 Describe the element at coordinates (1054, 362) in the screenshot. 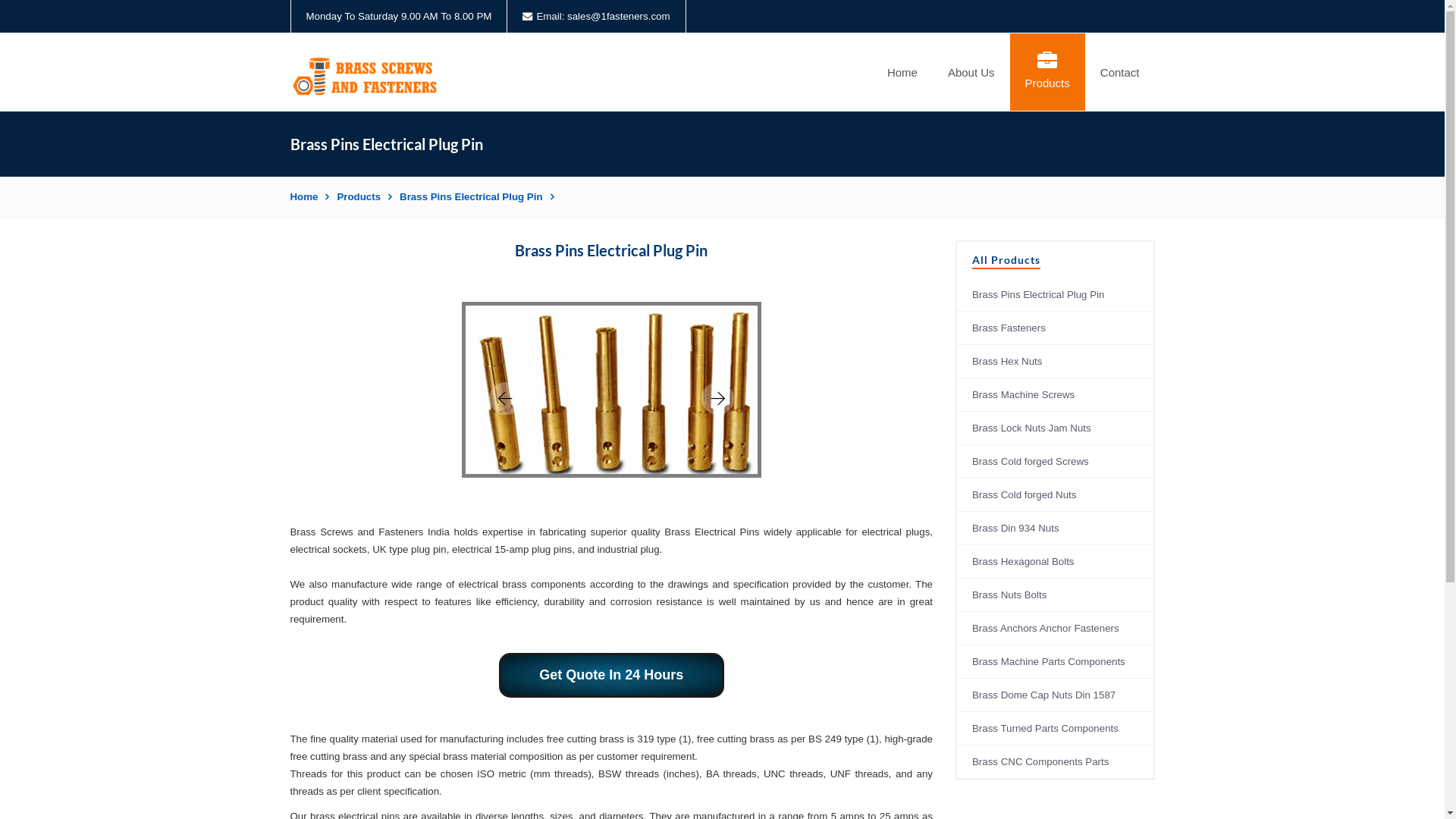

I see `'Brass Hex Nuts'` at that location.